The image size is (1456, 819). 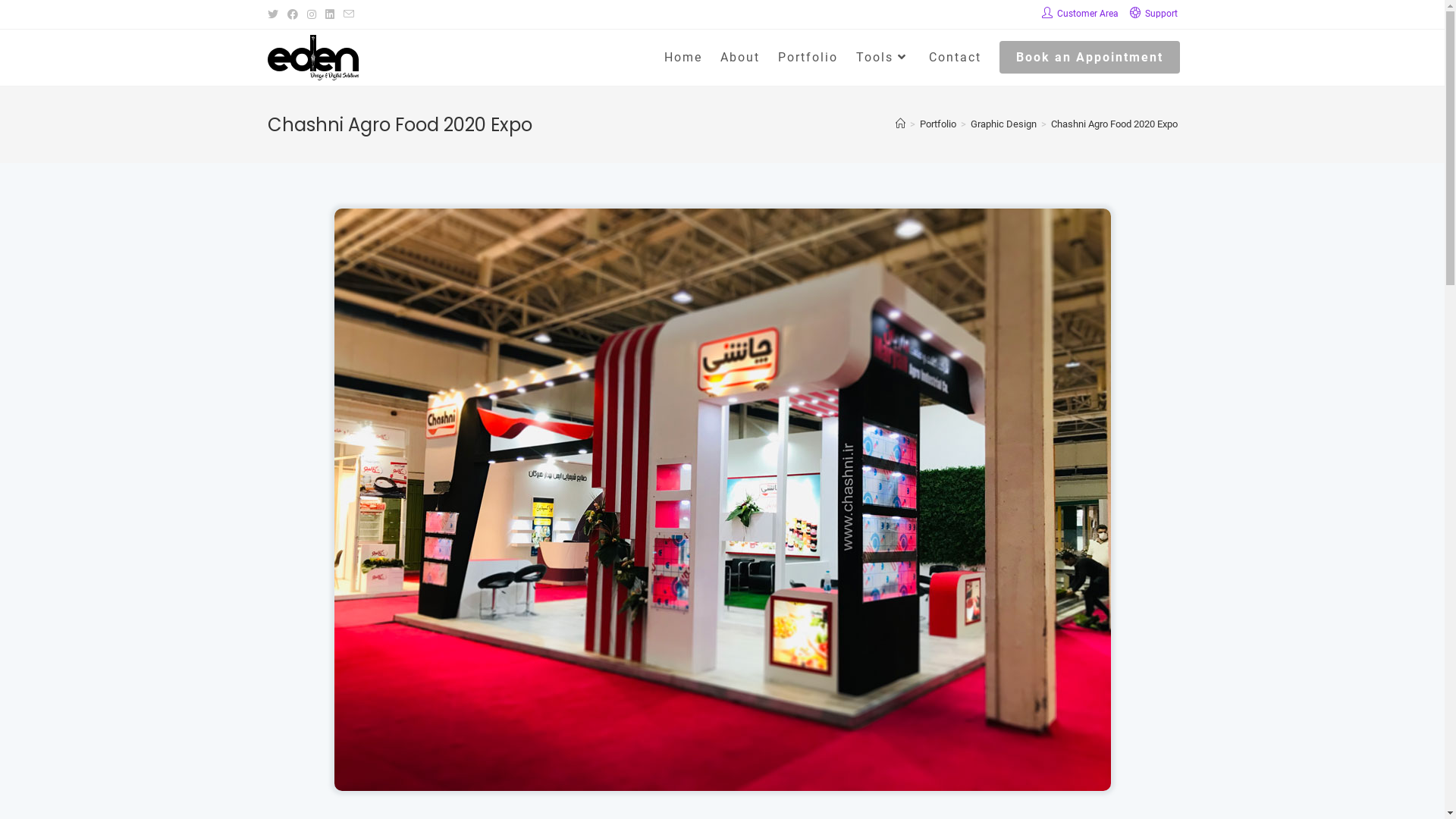 What do you see at coordinates (960, 610) in the screenshot?
I see `'Brochure Print'` at bounding box center [960, 610].